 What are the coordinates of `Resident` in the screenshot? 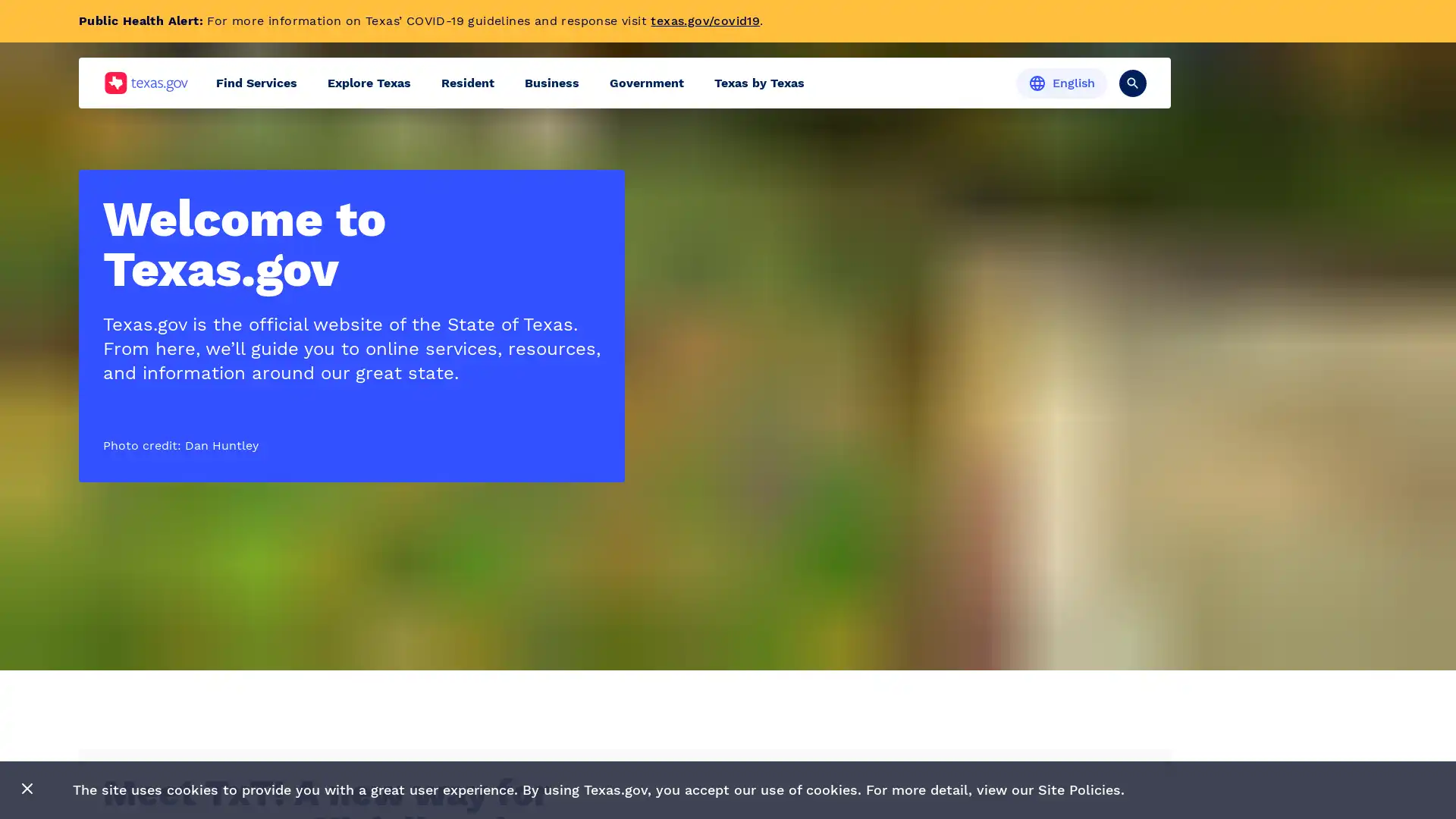 It's located at (467, 83).